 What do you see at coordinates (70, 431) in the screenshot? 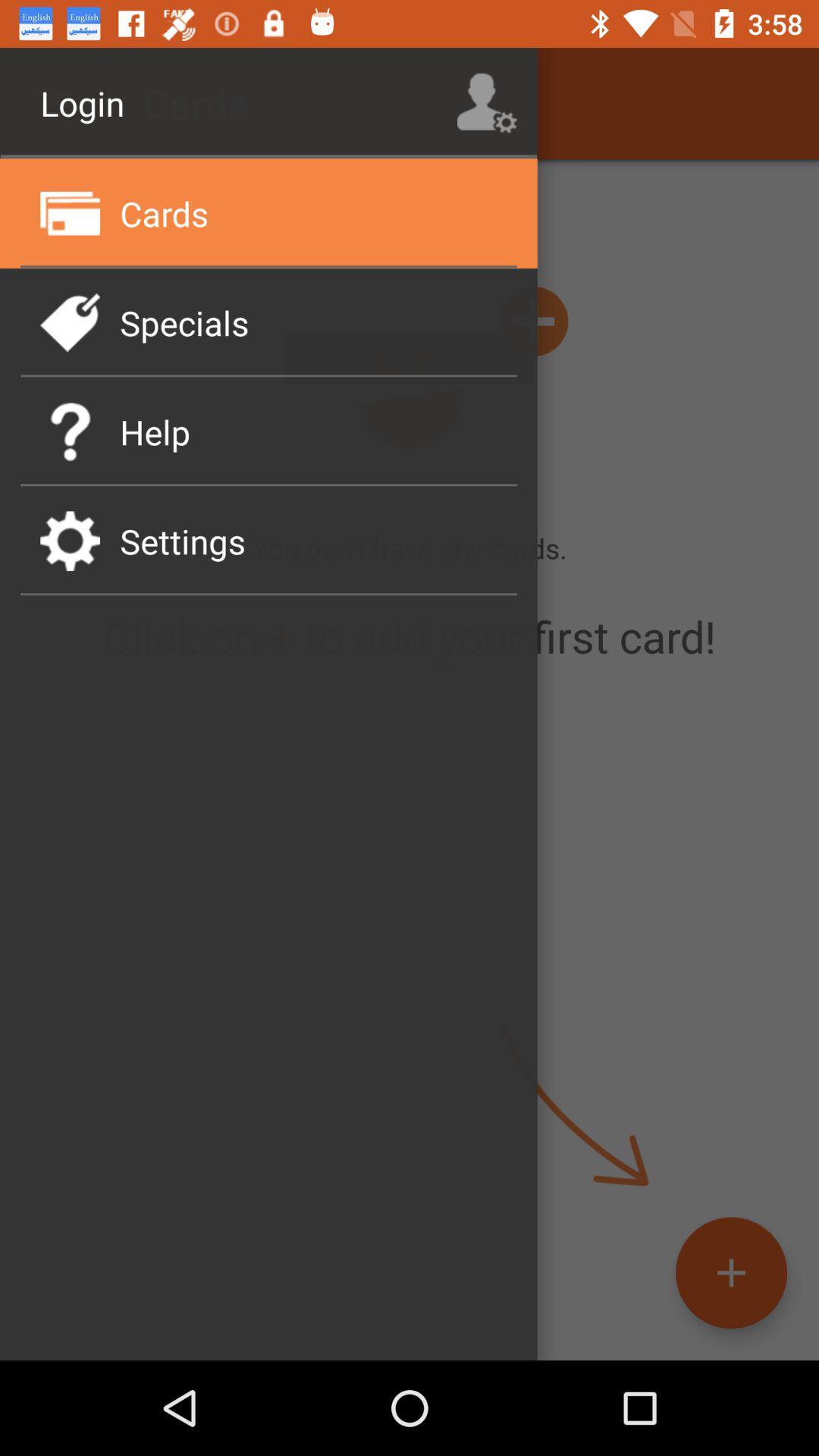
I see `the icon on left to the help button on the web page` at bounding box center [70, 431].